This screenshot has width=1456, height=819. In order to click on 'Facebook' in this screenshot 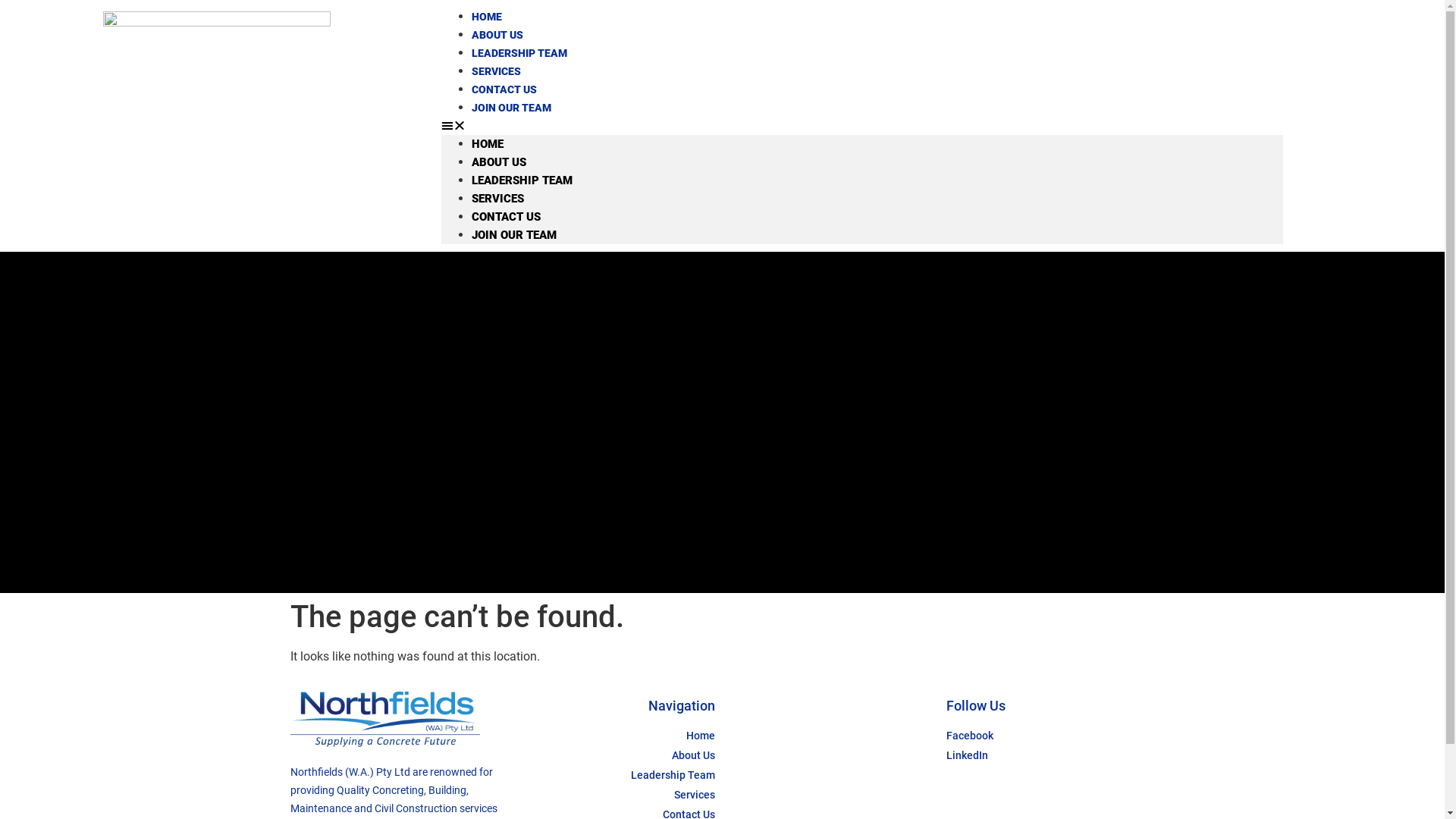, I will do `click(1046, 735)`.